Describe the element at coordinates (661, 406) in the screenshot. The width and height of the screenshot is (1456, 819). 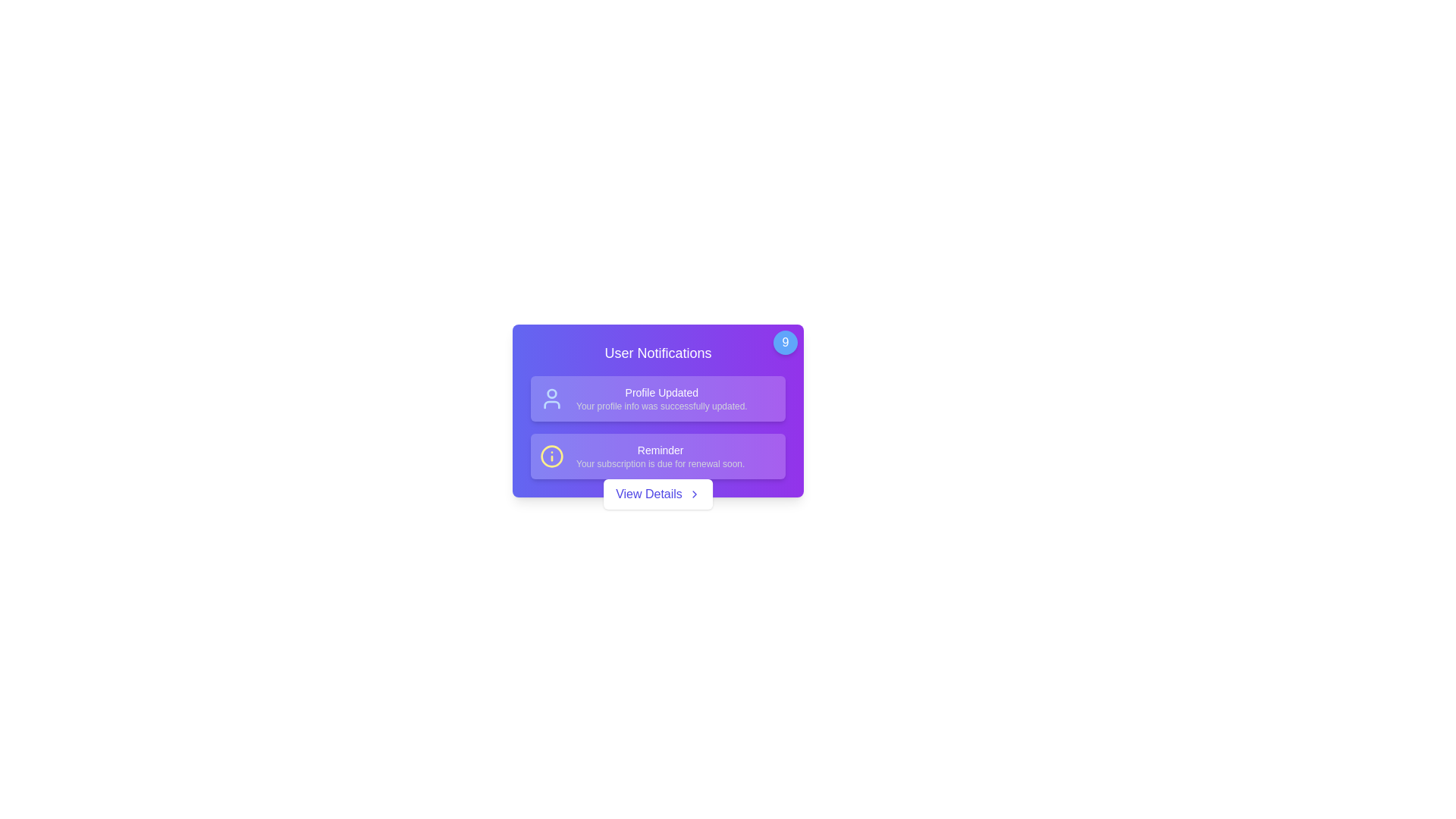
I see `the text label that informs the user about the successful update of their profile information, located near the bottom of the notification area, slightly to the right of the 'Profile Updated' element` at that location.